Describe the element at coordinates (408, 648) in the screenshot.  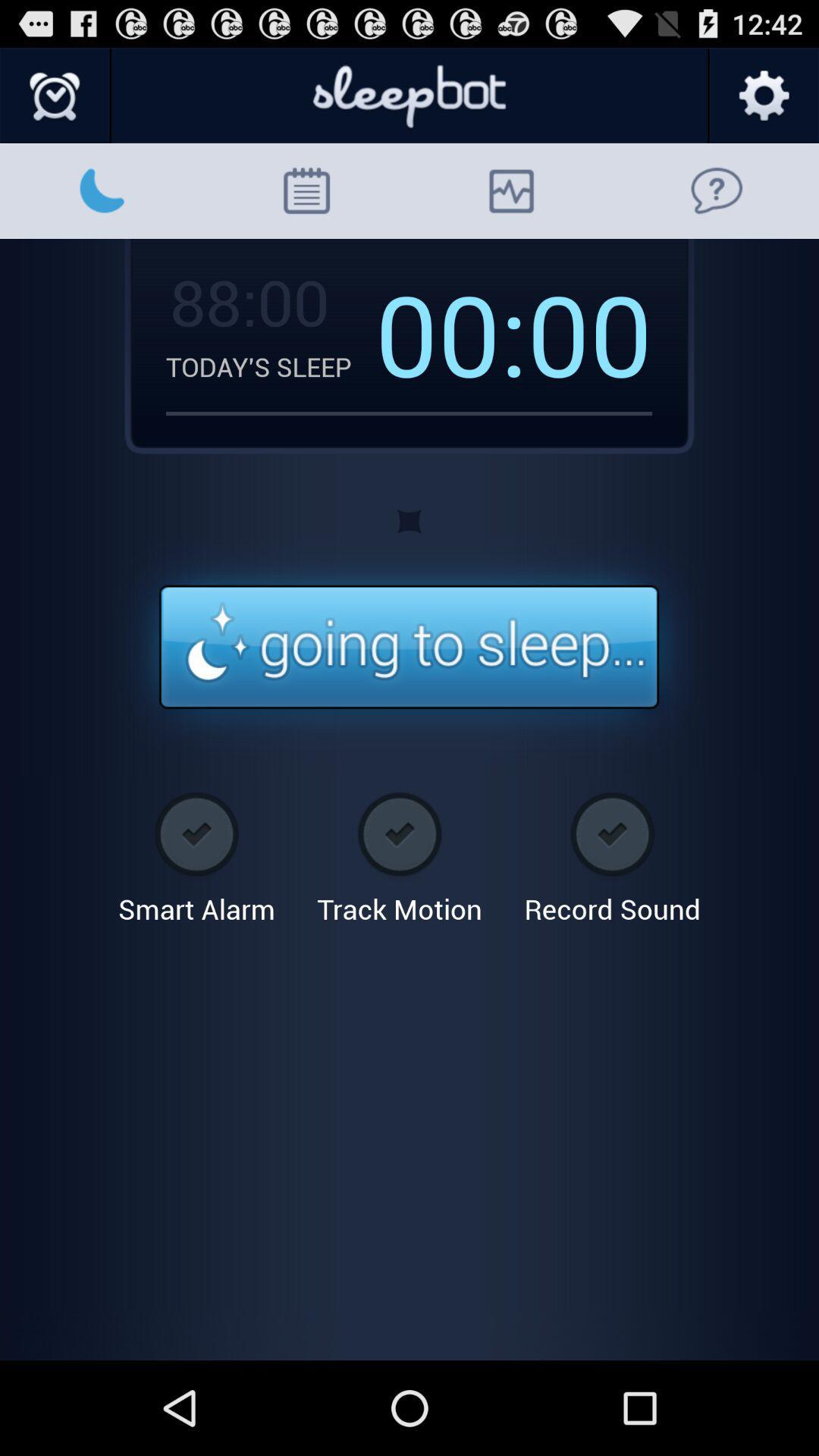
I see `start tracking sleep` at that location.